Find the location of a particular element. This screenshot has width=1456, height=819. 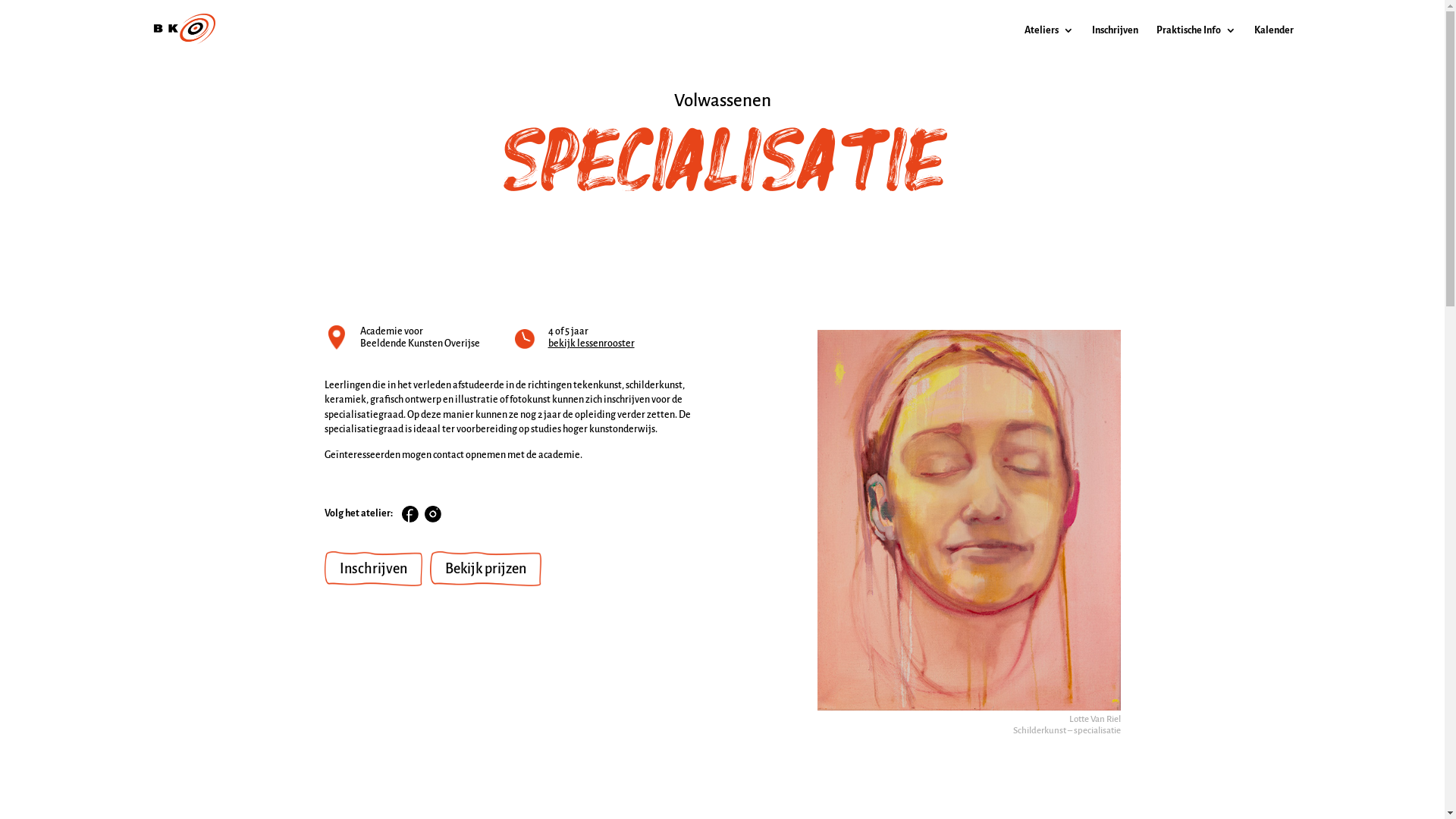

'Follow on Facebook' is located at coordinates (401, 513).